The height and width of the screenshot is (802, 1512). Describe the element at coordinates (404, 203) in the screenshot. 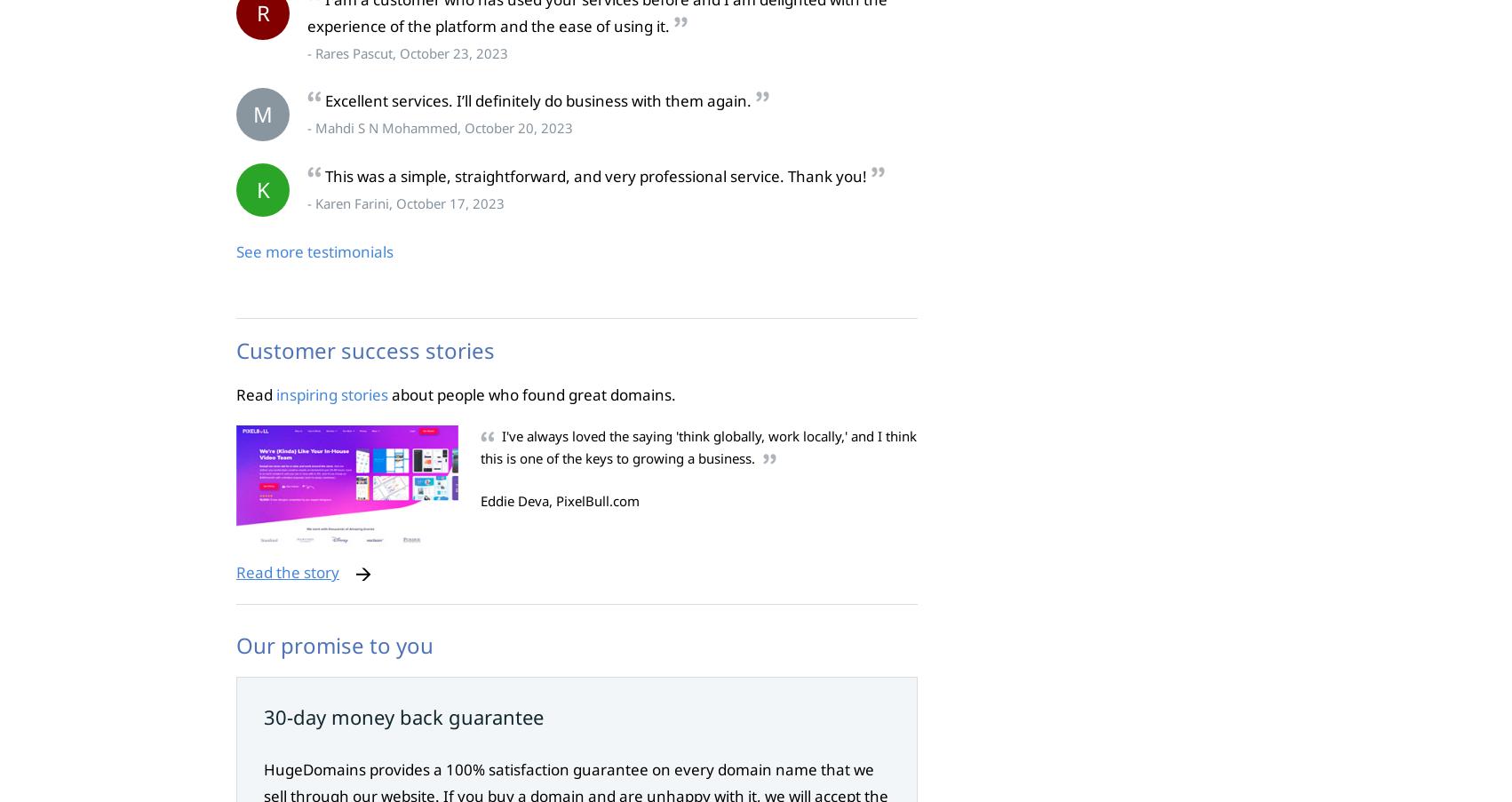

I see `'- Karen Farini, October 17, 2023'` at that location.